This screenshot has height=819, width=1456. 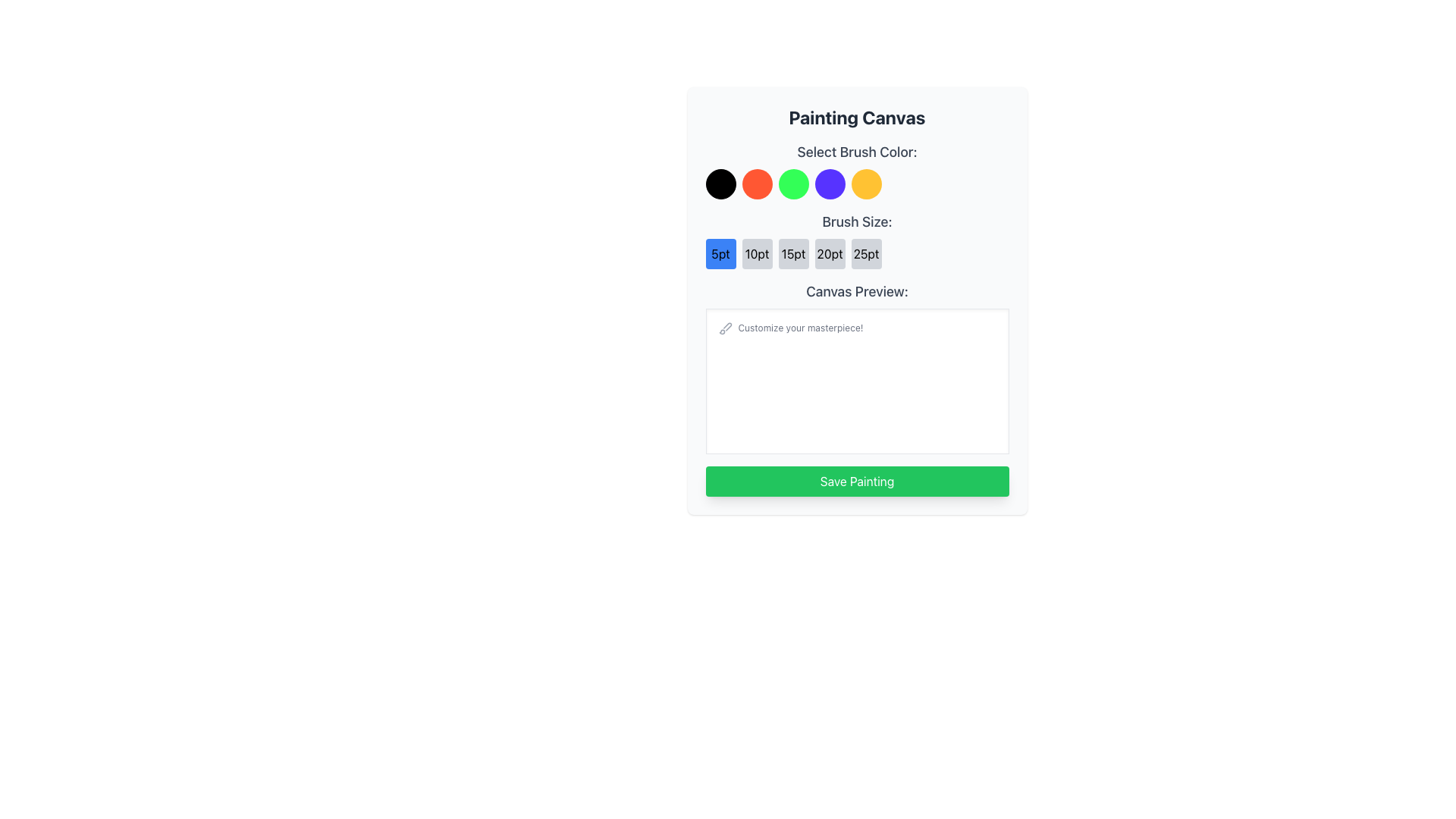 What do you see at coordinates (720, 253) in the screenshot?
I see `the square button with a rounded blue background and black text reading '5pt', which is the first button in a group for selecting brush sizes` at bounding box center [720, 253].